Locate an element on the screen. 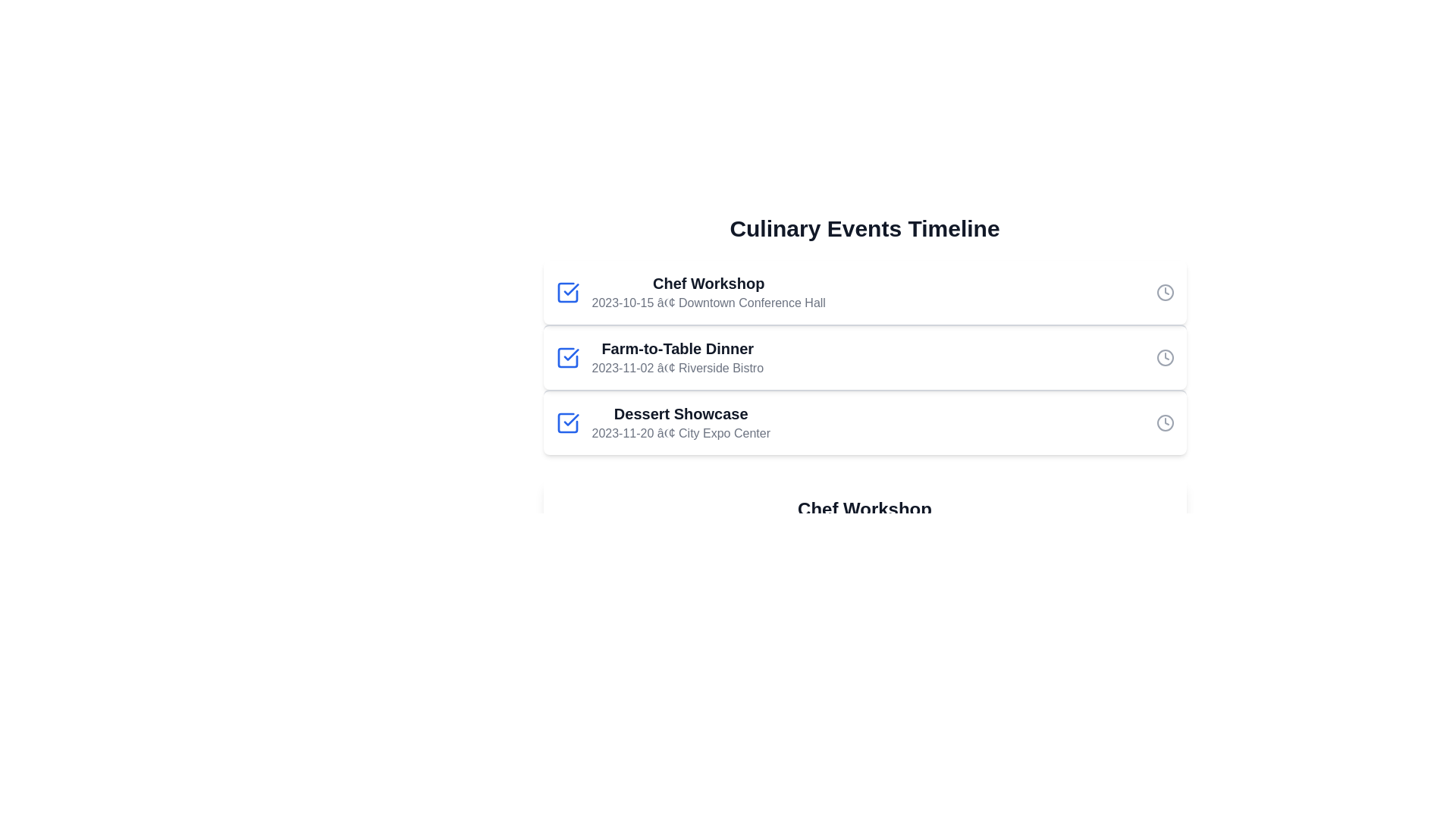 This screenshot has height=819, width=1456. the text label displaying 'Dessert Showcase' followed by the date '2023-11-20 • City Expo Center', located within the third event item in the list is located at coordinates (663, 423).